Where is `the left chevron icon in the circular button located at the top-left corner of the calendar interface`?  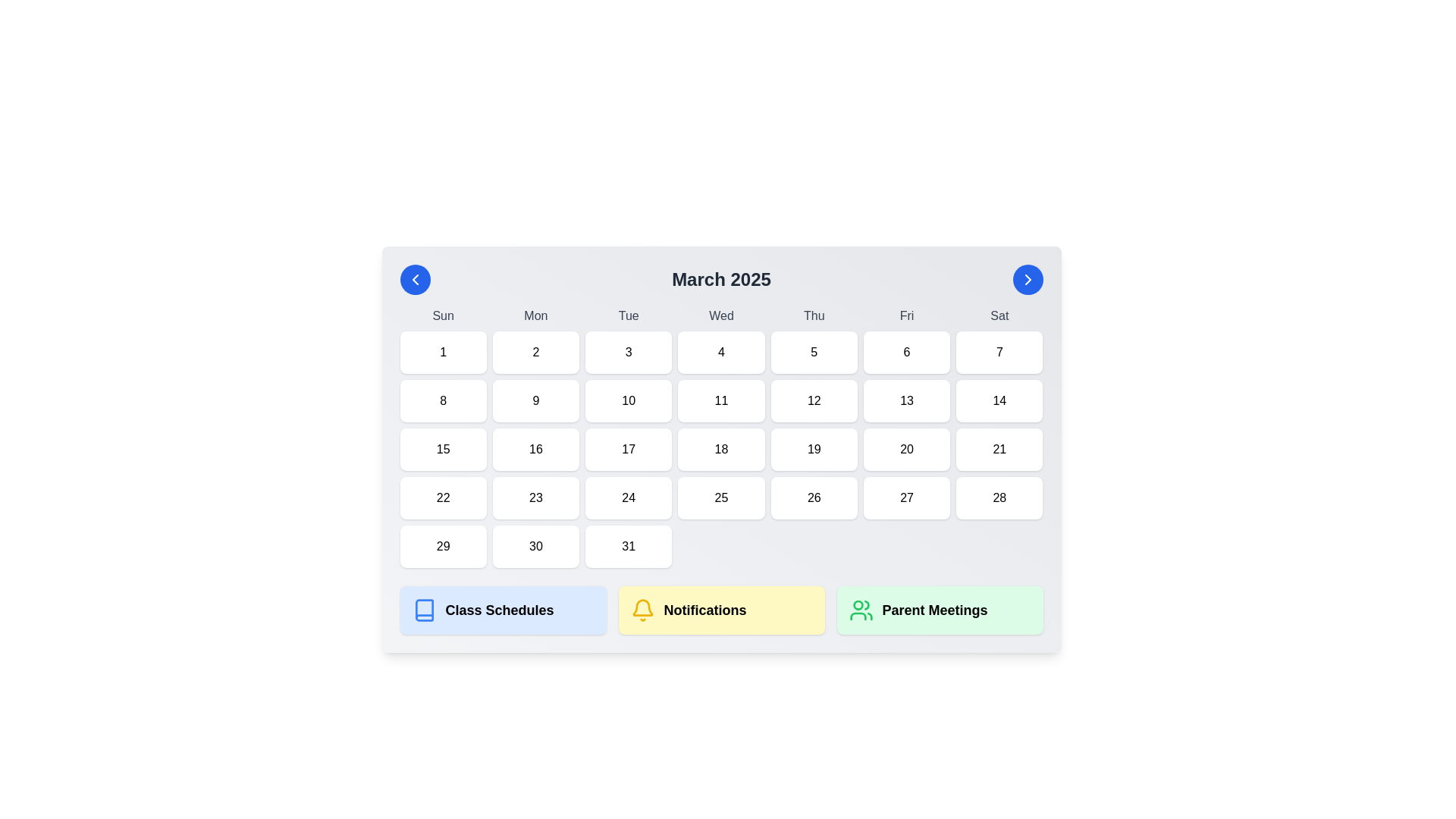 the left chevron icon in the circular button located at the top-left corner of the calendar interface is located at coordinates (415, 280).